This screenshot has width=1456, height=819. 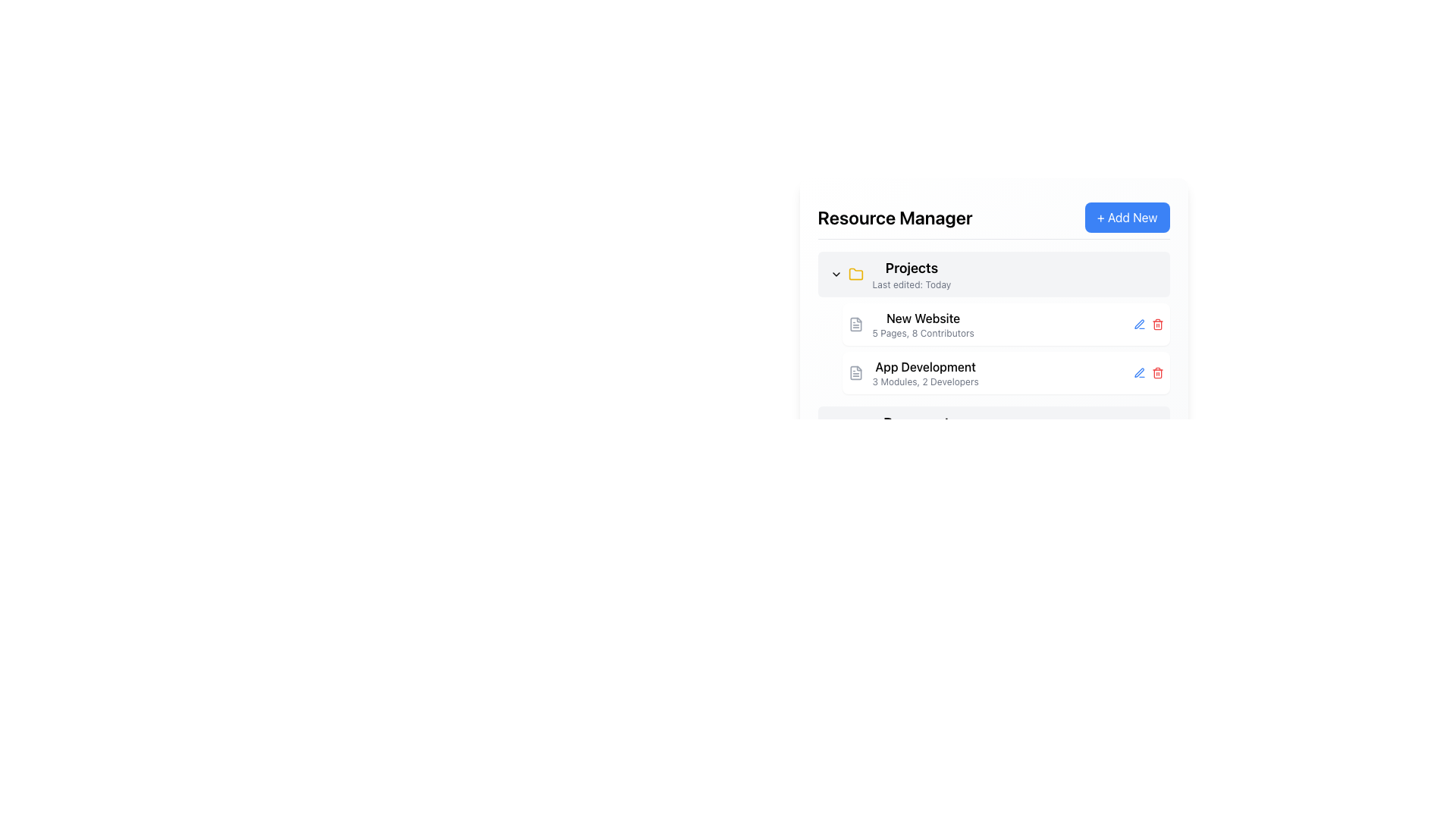 I want to click on the small light gray text block reading '5 Pages, 8 Contributors', which is positioned directly below the 'New Website' text in the 'Projects' section of the 'Resource Manager', so click(x=922, y=332).